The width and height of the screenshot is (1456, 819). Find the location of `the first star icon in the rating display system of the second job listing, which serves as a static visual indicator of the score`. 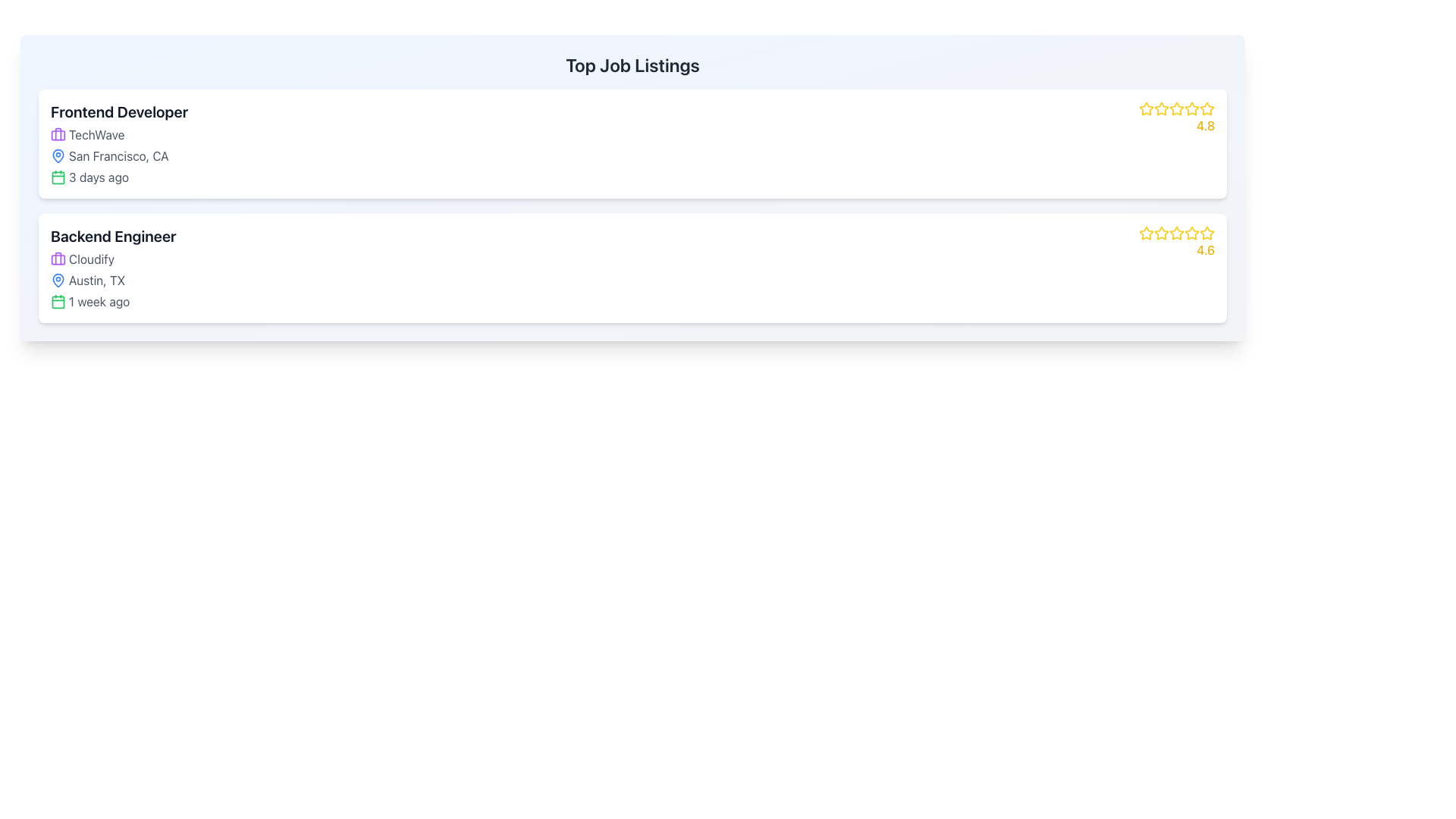

the first star icon in the rating display system of the second job listing, which serves as a static visual indicator of the score is located at coordinates (1147, 234).